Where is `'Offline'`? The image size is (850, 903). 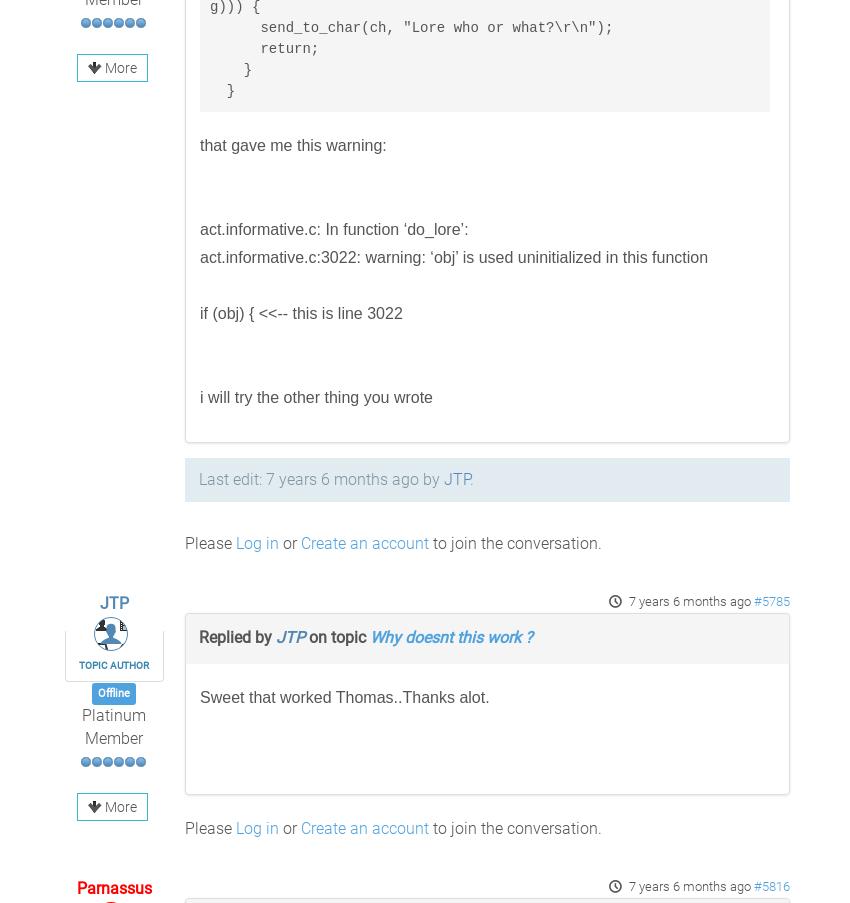
'Offline' is located at coordinates (112, 692).